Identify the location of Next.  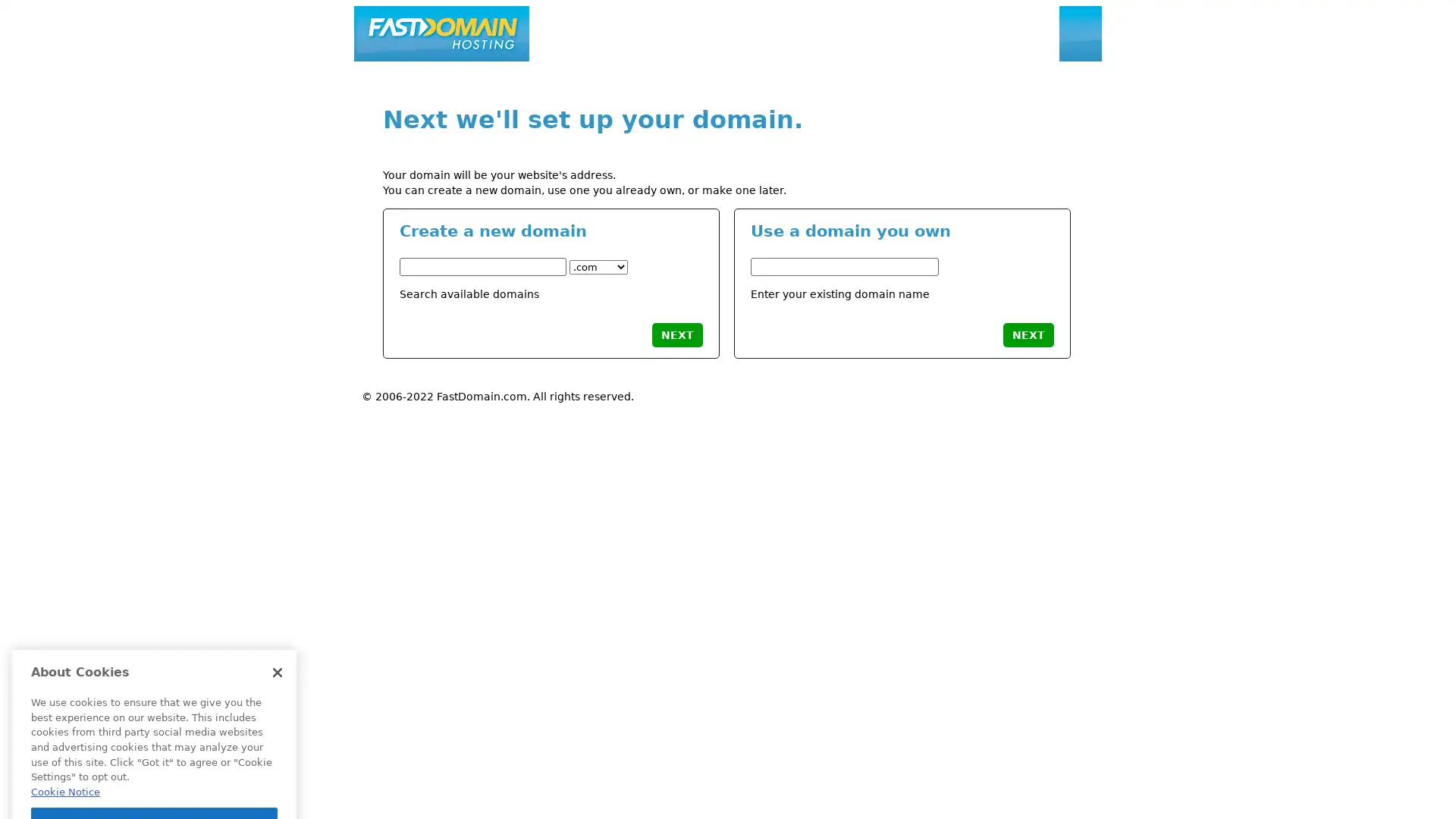
(676, 333).